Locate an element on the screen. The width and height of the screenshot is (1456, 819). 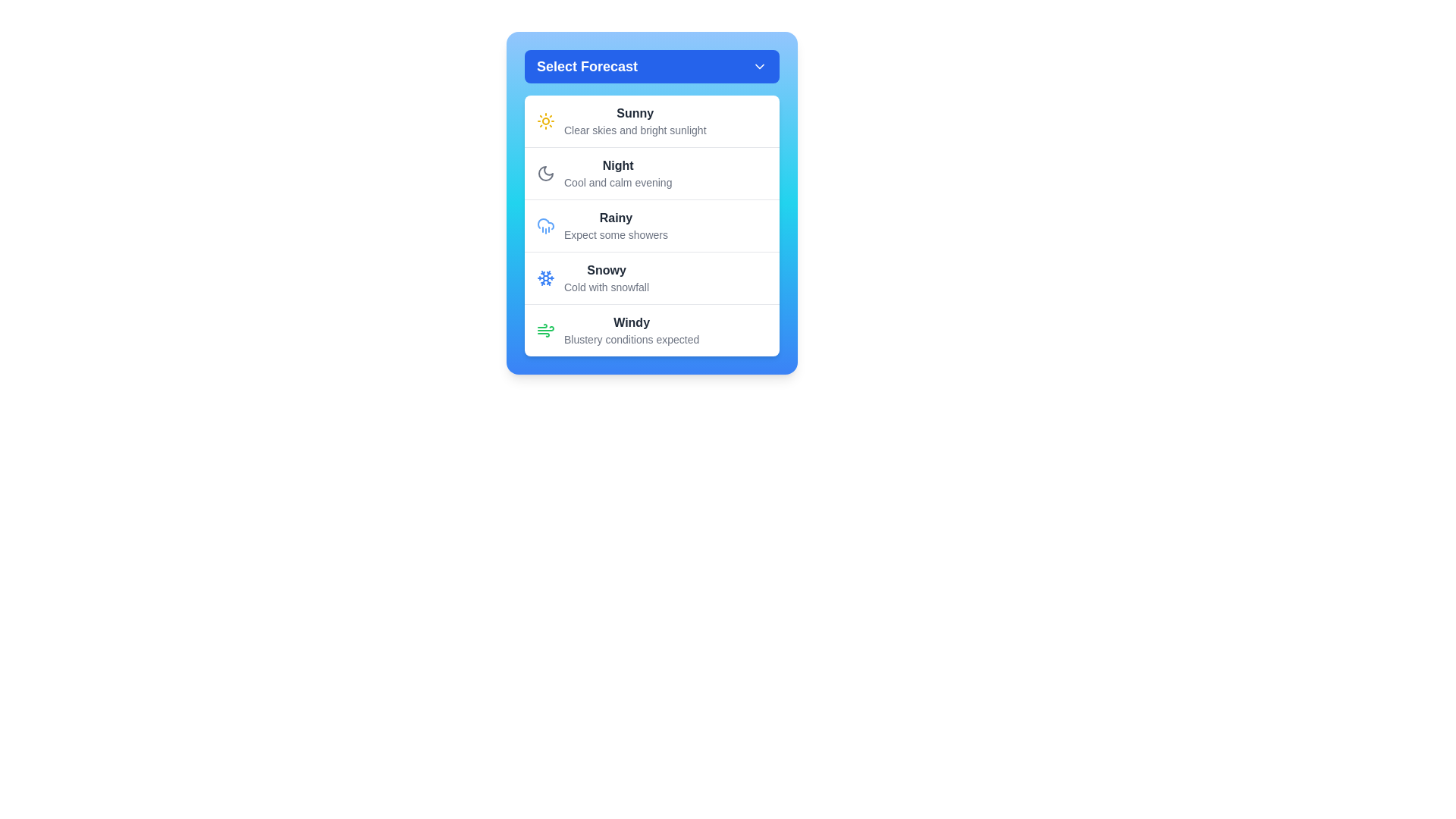
the crescent moon icon in the 'Night' row of the menu, which is styled with a dark gray color and represents a night-time theme is located at coordinates (546, 172).